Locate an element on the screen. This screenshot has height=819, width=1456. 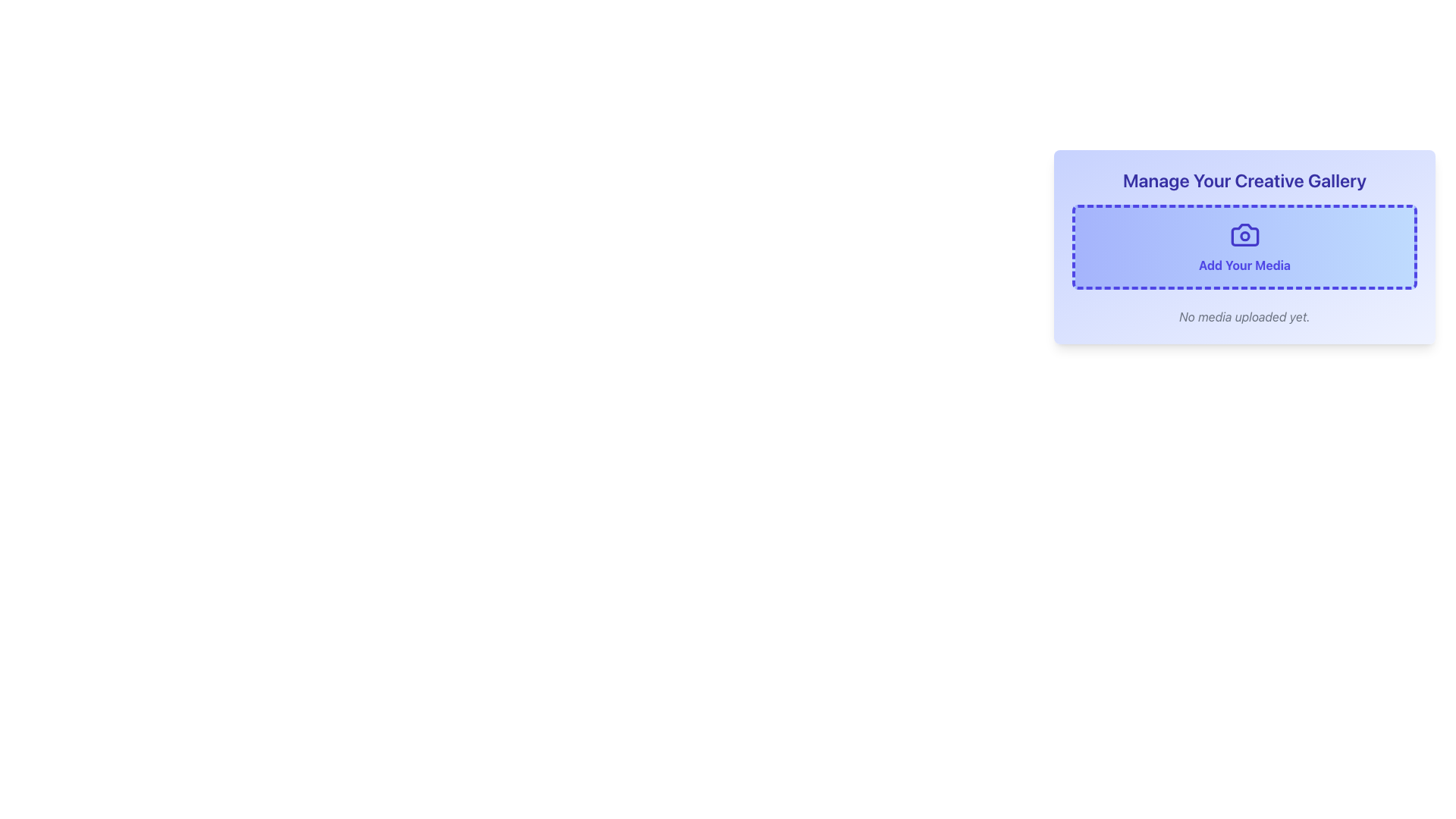
the camera icon located at the center of the 'Add Your Media' section, which indicates the ability to add or upload media content is located at coordinates (1244, 234).